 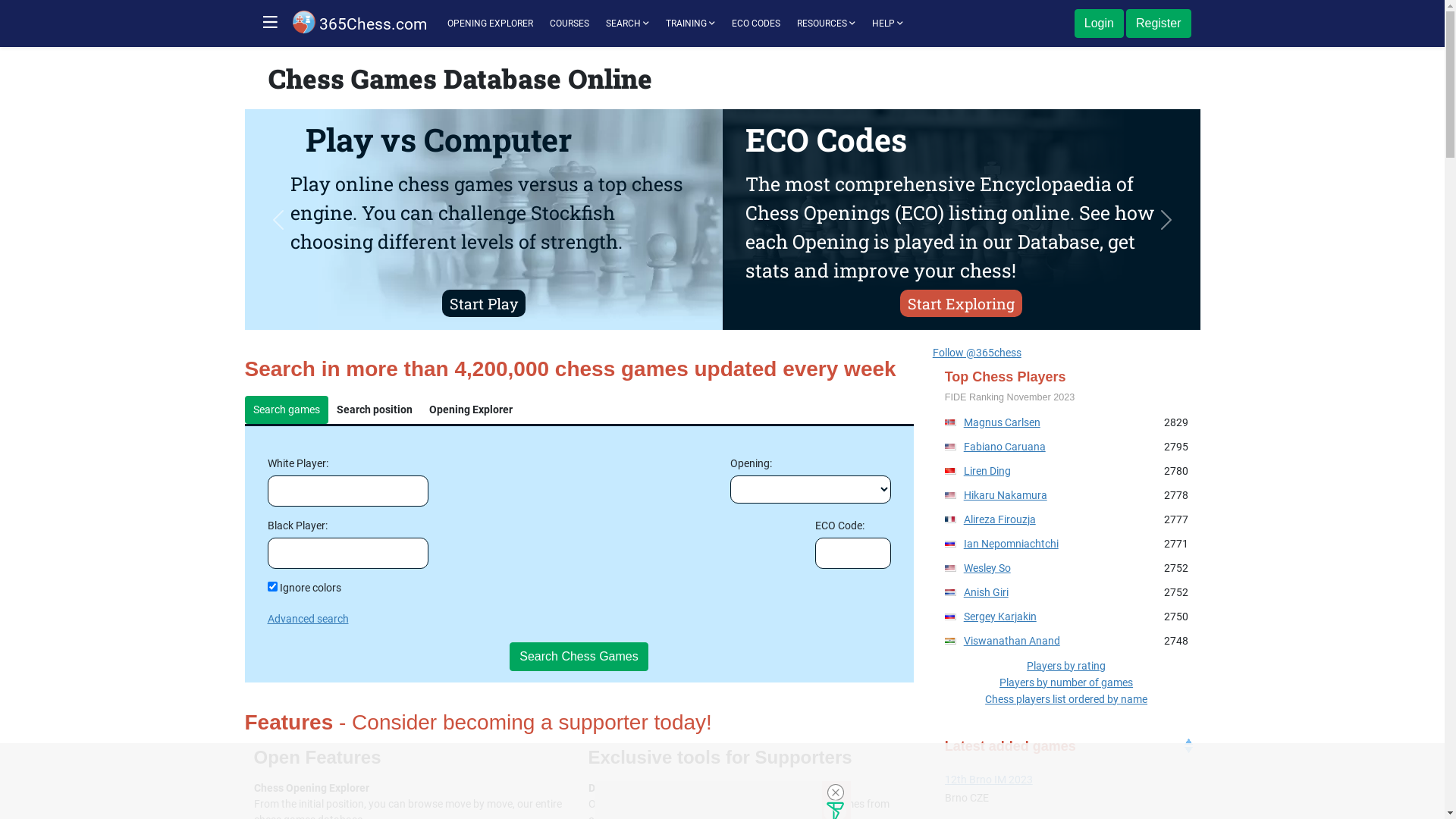 I want to click on 'Start Training', so click(x=960, y=303).